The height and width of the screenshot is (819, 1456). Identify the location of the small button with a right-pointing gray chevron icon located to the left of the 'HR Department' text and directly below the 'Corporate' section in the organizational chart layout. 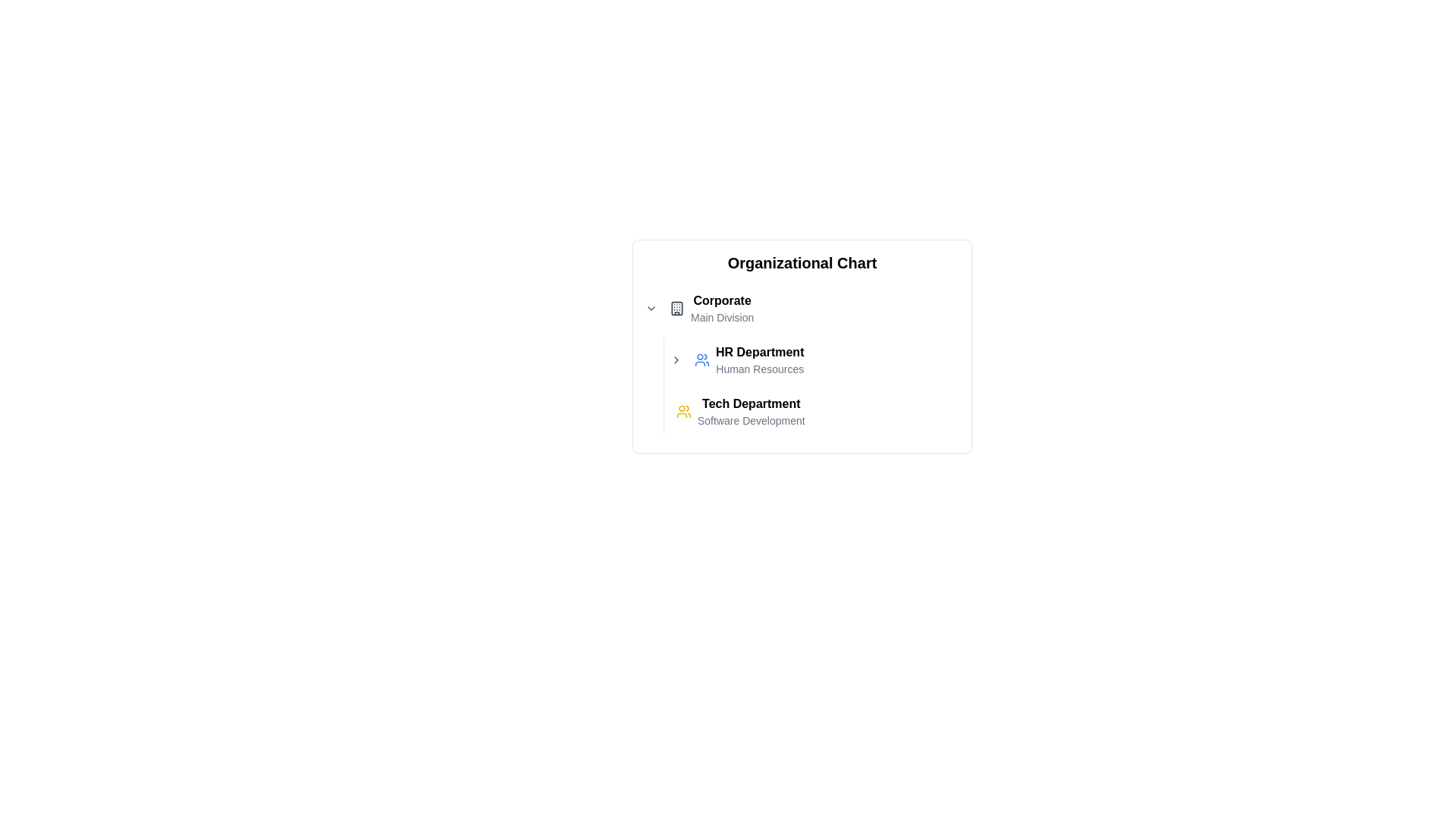
(676, 359).